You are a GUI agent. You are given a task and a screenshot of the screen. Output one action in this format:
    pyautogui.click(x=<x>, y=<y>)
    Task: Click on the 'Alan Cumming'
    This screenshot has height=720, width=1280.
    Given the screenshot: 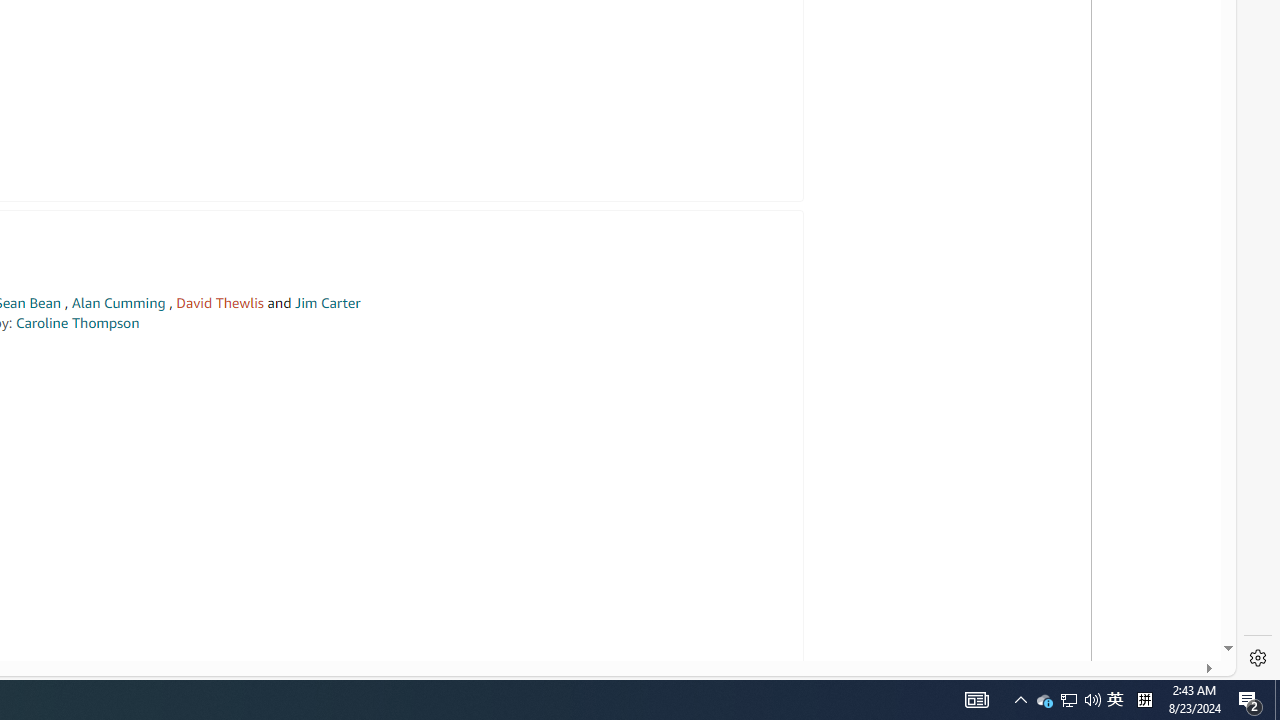 What is the action you would take?
    pyautogui.click(x=117, y=303)
    